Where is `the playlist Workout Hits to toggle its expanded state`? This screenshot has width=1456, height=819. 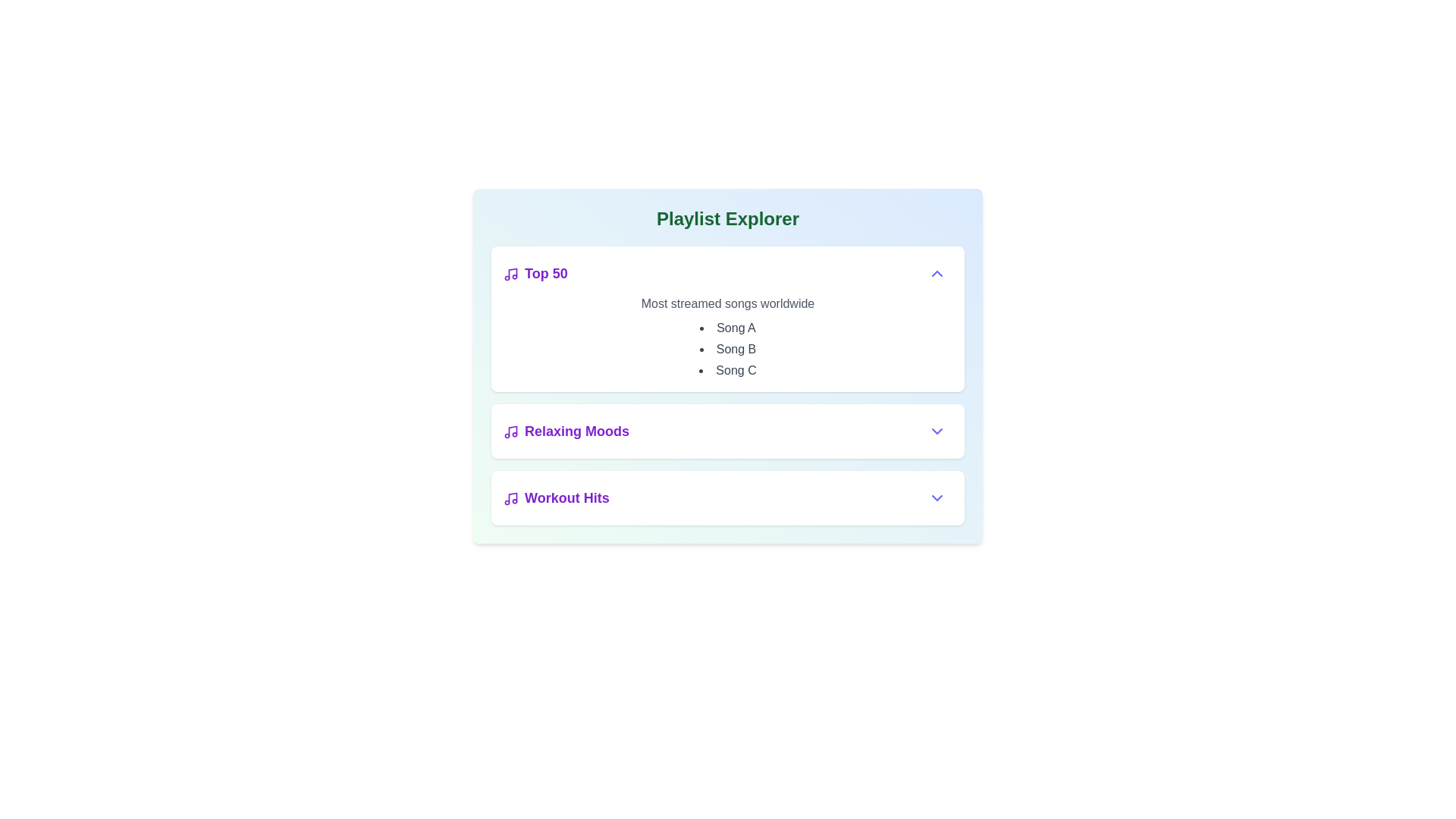
the playlist Workout Hits to toggle its expanded state is located at coordinates (555, 497).